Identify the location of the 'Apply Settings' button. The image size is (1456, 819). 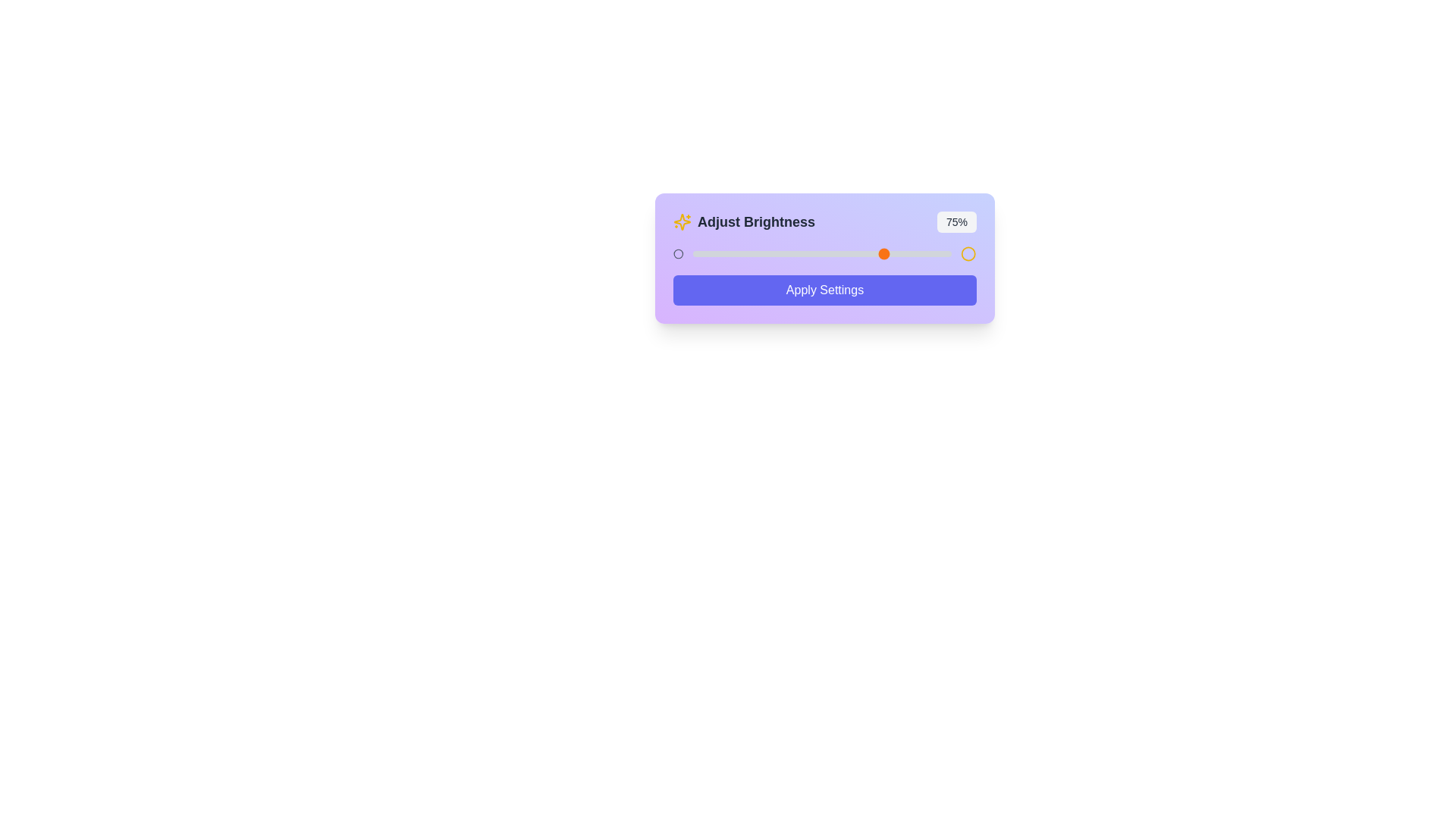
(824, 290).